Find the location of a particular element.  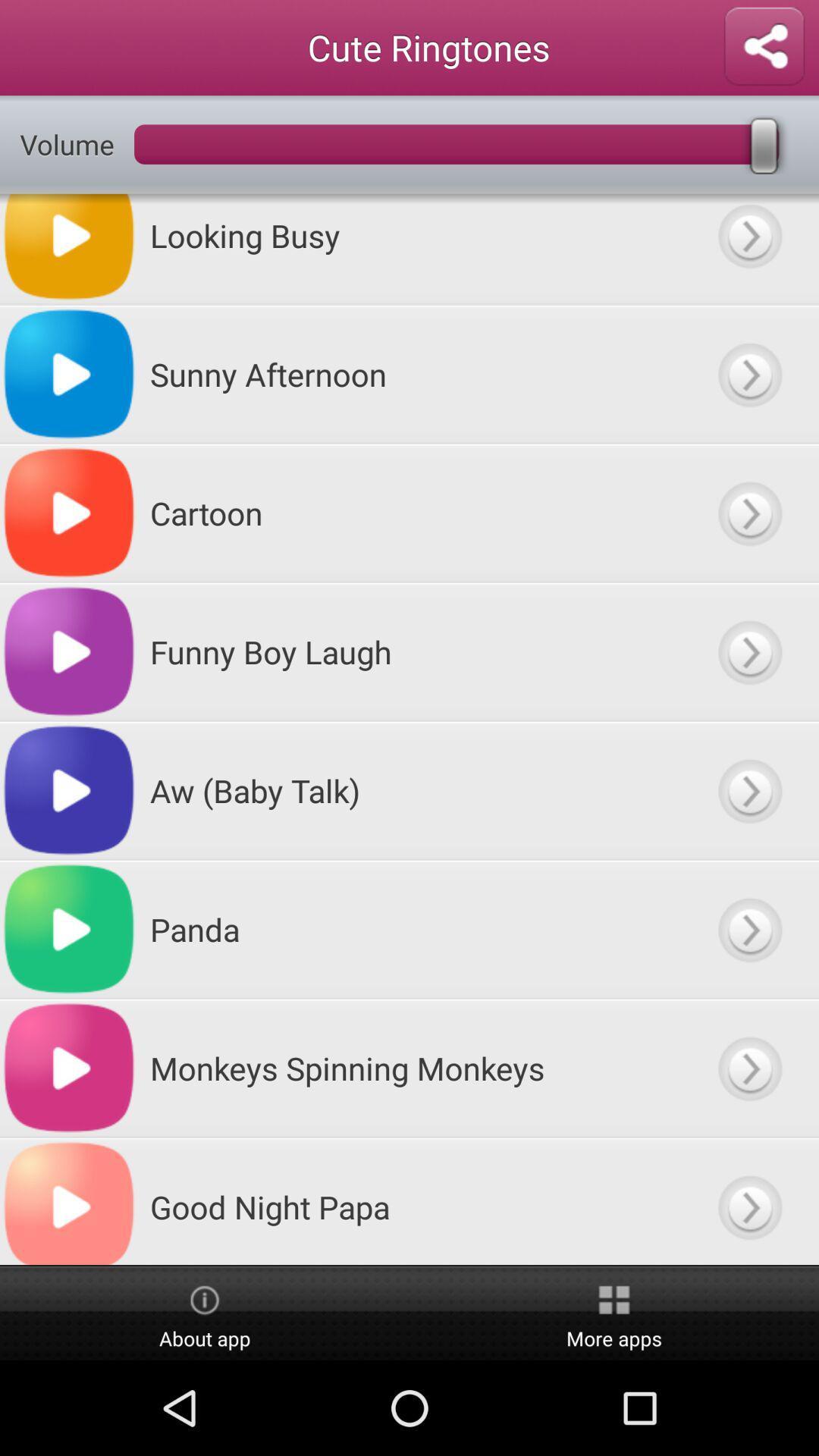

next is located at coordinates (748, 374).